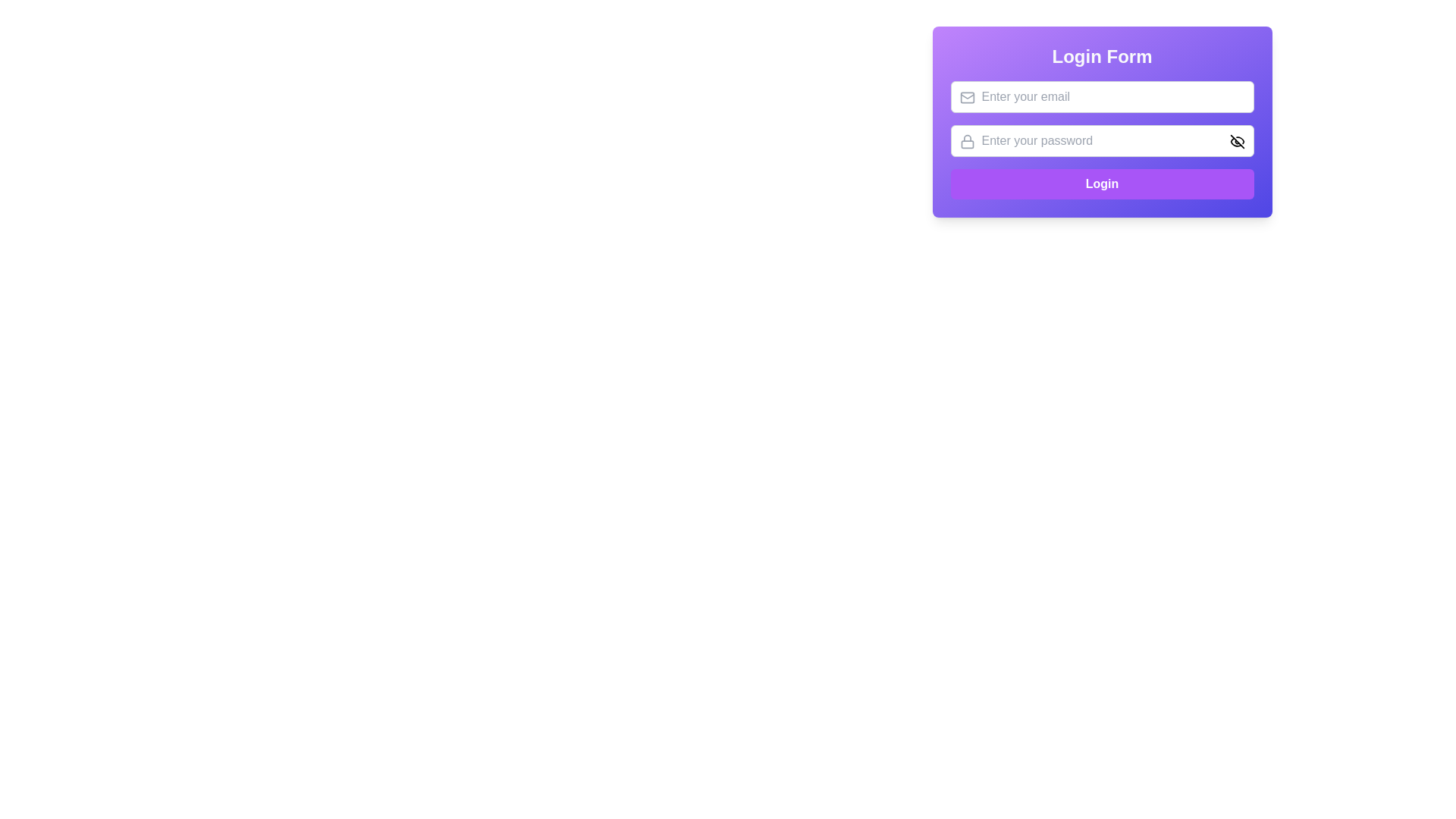 This screenshot has width=1456, height=819. Describe the element at coordinates (1102, 55) in the screenshot. I see `the 'Login Form' text label, which is a bold and large font element positioned at the top of the login form card with a gradient purple-to-indigo background` at that location.